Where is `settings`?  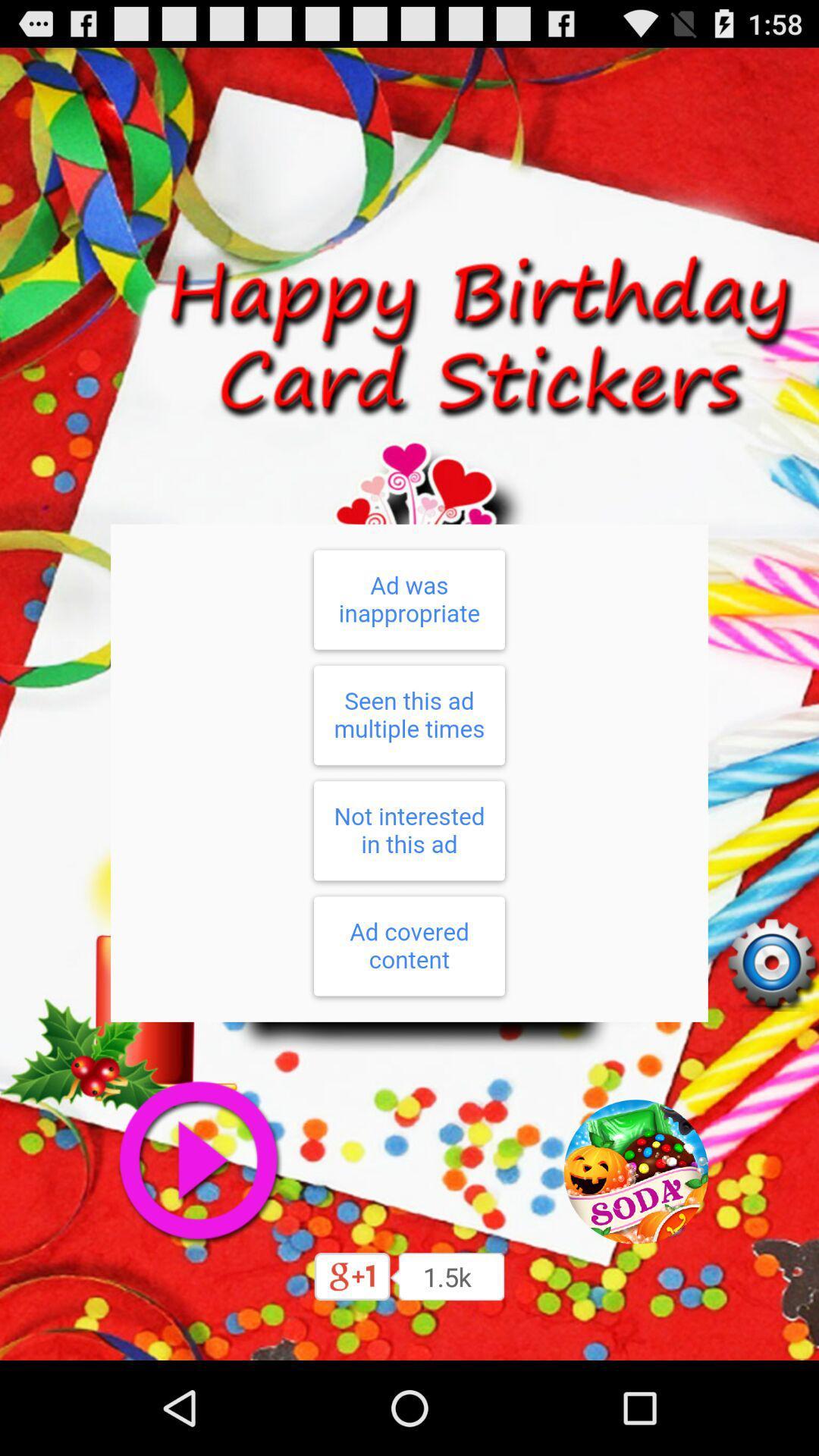
settings is located at coordinates (771, 963).